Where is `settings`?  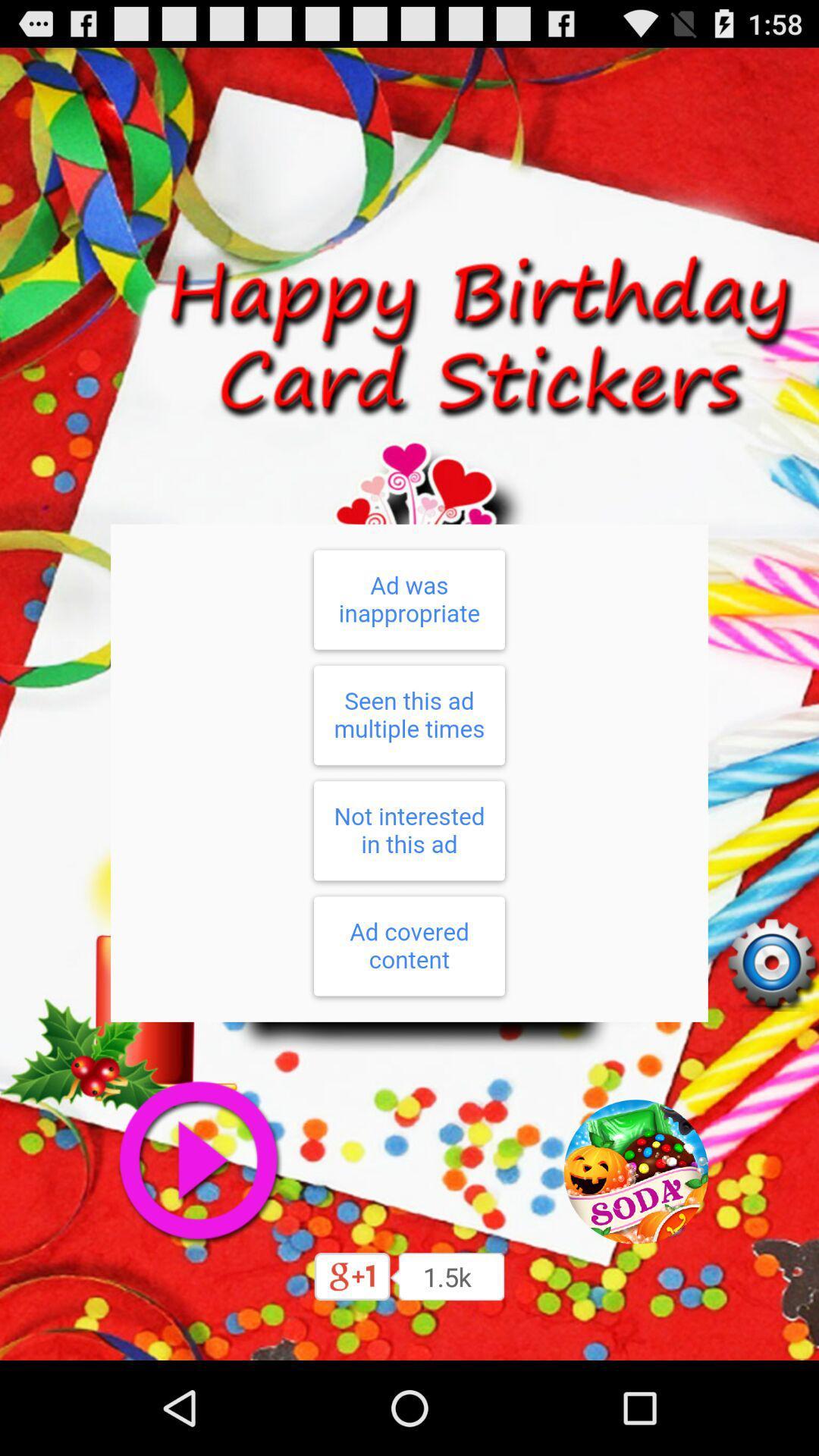
settings is located at coordinates (771, 963).